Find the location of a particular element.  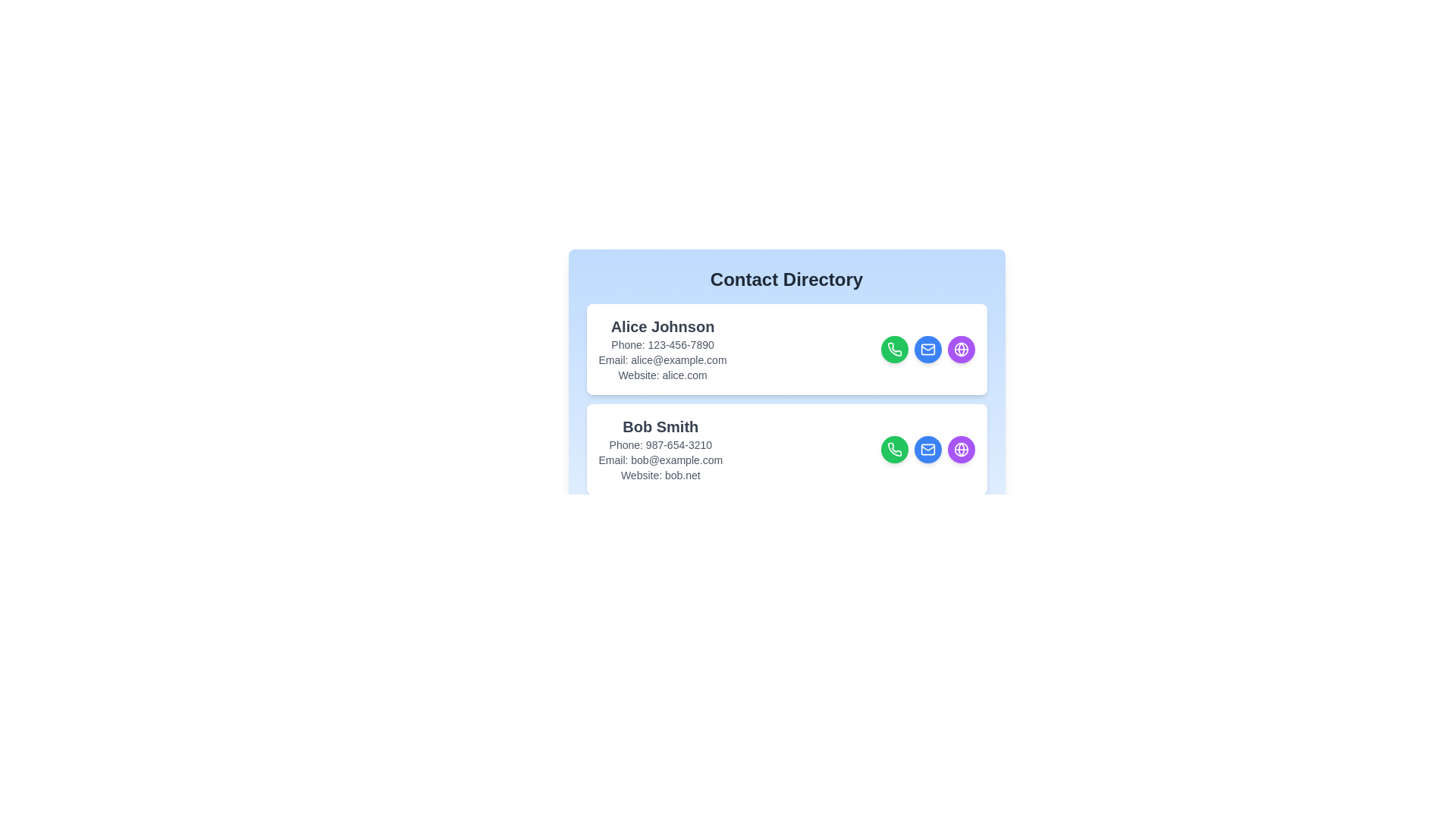

the text 'Website' within the contact card of 'Bob Smith' is located at coordinates (660, 475).